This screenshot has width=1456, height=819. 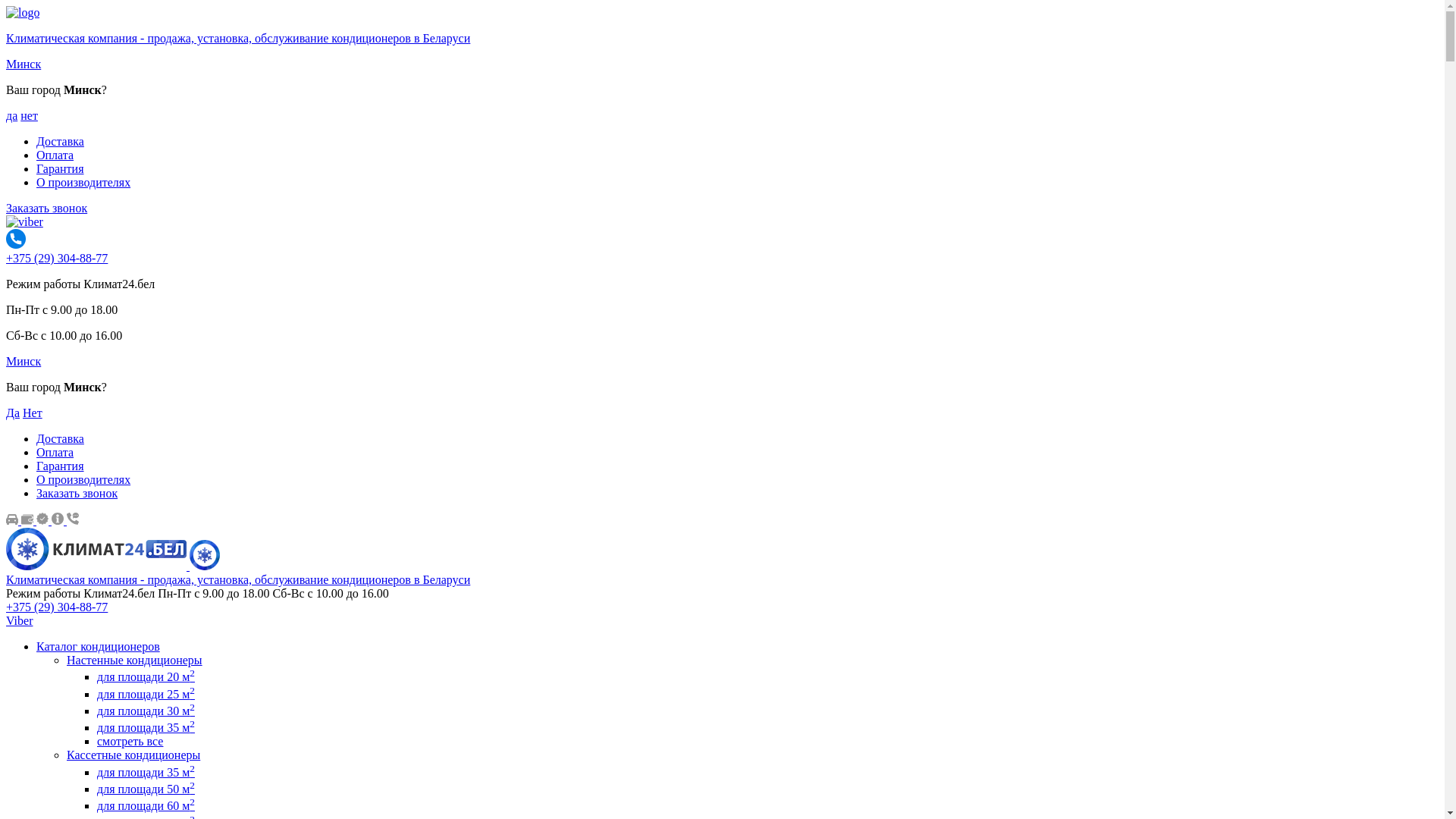 What do you see at coordinates (57, 606) in the screenshot?
I see `'+375 (29) 304-88-77'` at bounding box center [57, 606].